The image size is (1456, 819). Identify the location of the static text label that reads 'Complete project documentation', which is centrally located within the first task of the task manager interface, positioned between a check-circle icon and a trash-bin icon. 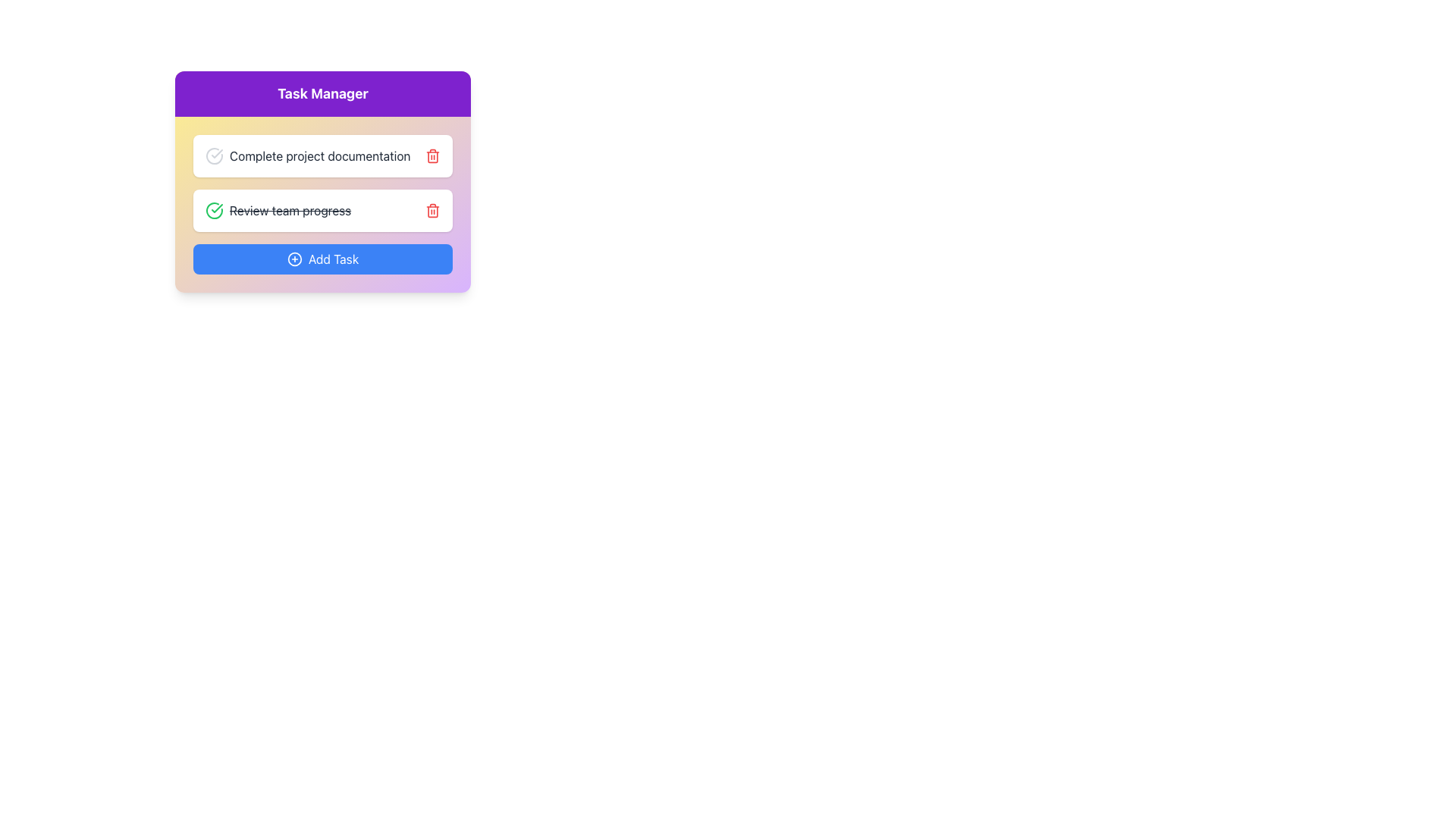
(319, 155).